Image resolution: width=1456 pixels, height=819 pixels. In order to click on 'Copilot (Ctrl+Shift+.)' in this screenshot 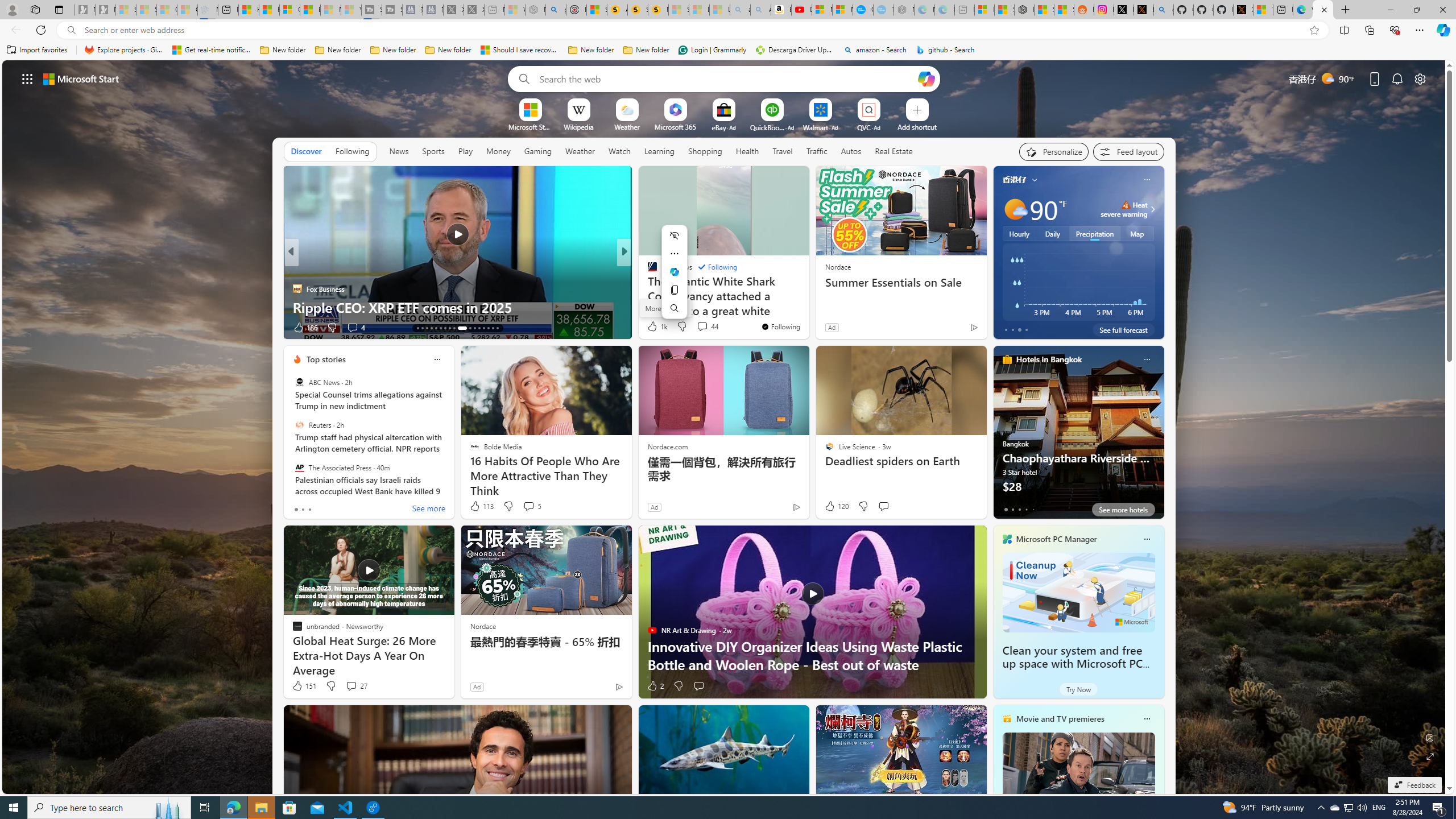, I will do `click(1442, 29)`.